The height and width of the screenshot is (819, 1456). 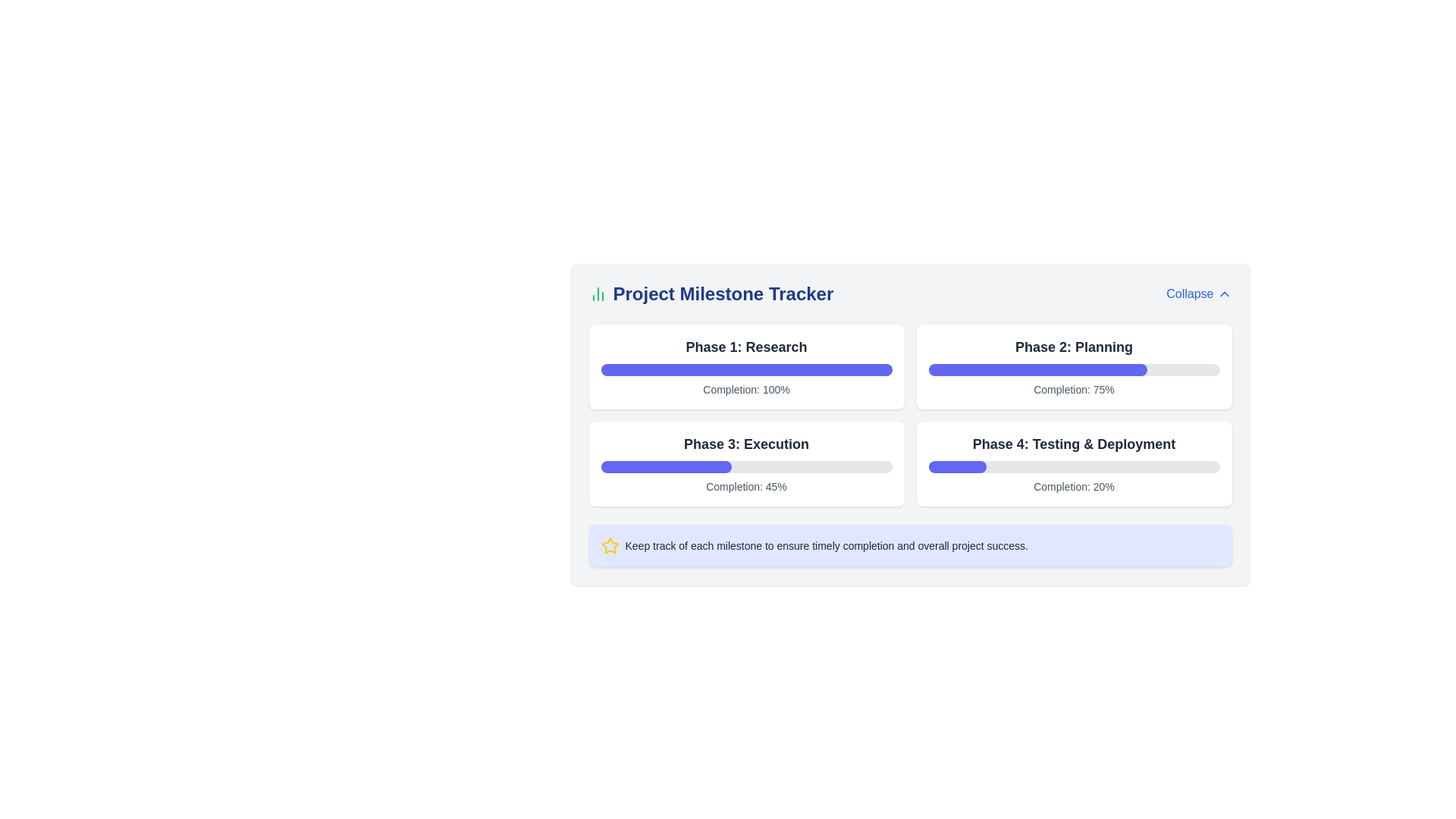 I want to click on the collapse button located at the top-right corner of the 'Project Milestone Tracker' section, so click(x=1198, y=294).